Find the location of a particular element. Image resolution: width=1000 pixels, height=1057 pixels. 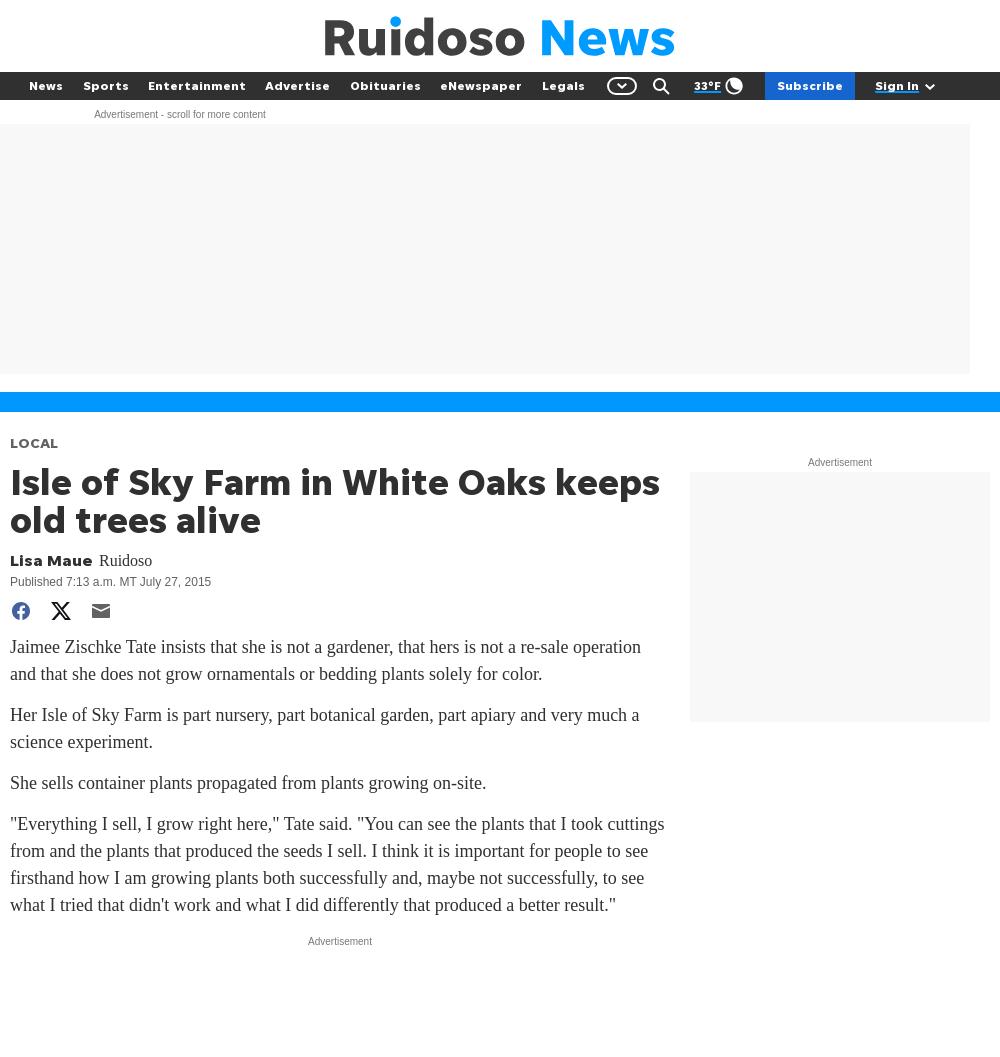

'Isle of Sky Farm in White Oaks keeps old trees alive' is located at coordinates (334, 499).